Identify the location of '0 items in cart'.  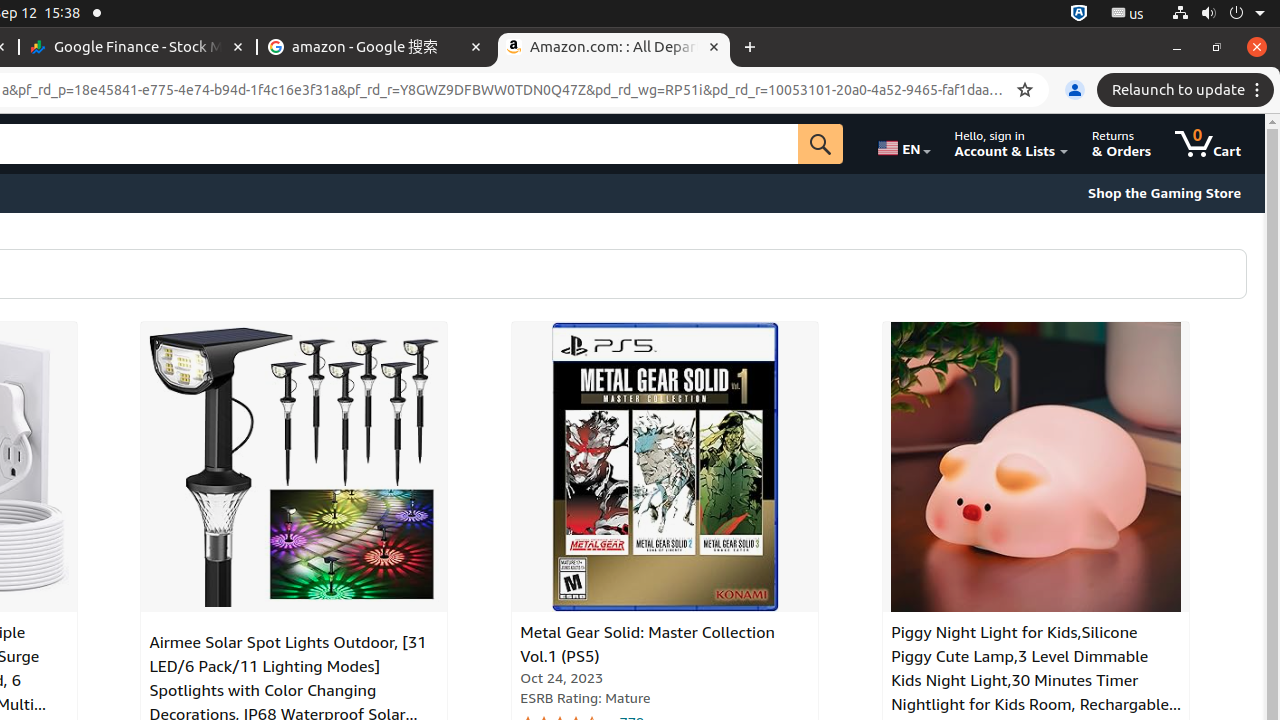
(1206, 143).